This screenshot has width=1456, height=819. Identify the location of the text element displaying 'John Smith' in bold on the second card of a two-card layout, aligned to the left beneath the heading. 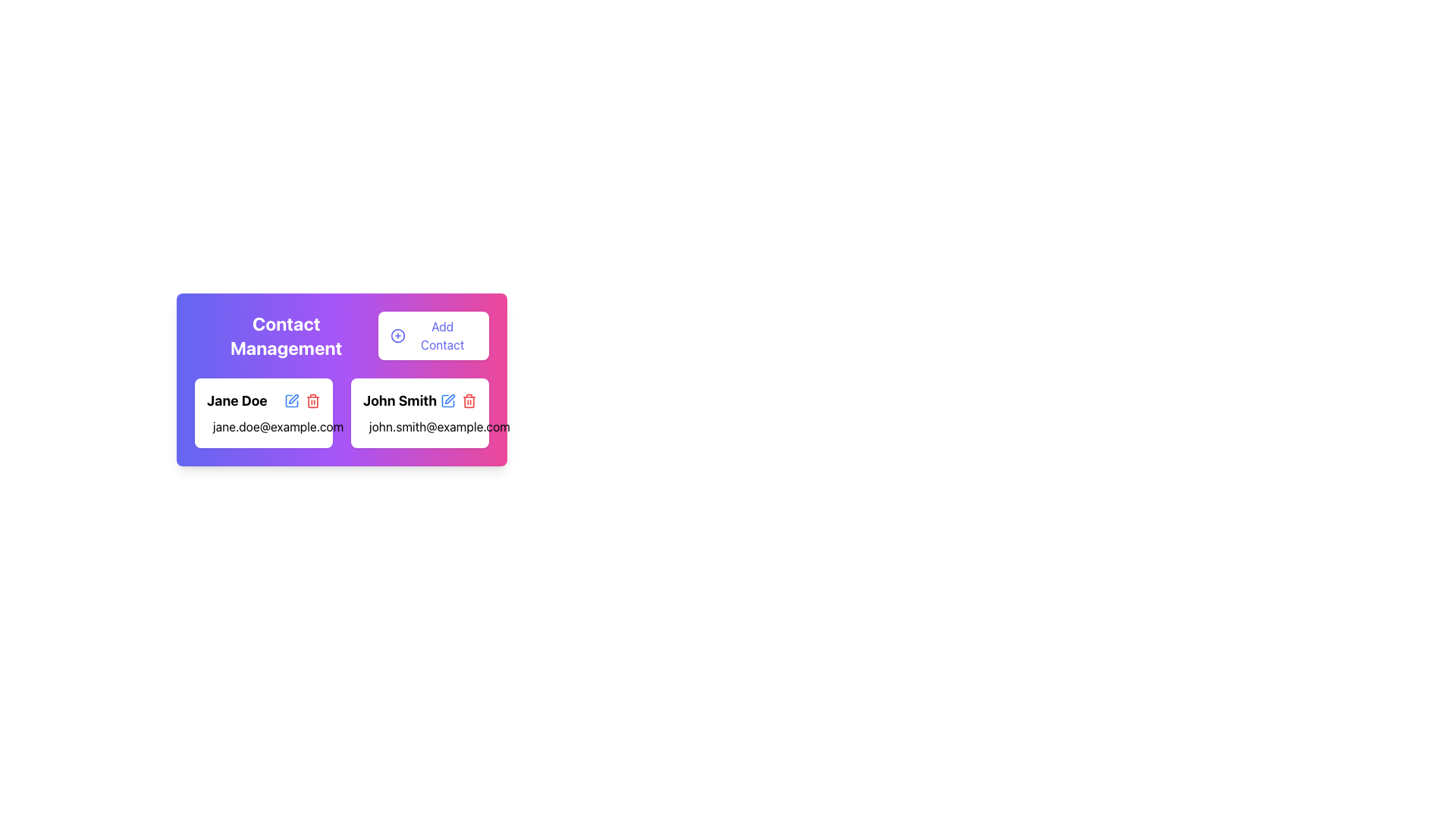
(400, 400).